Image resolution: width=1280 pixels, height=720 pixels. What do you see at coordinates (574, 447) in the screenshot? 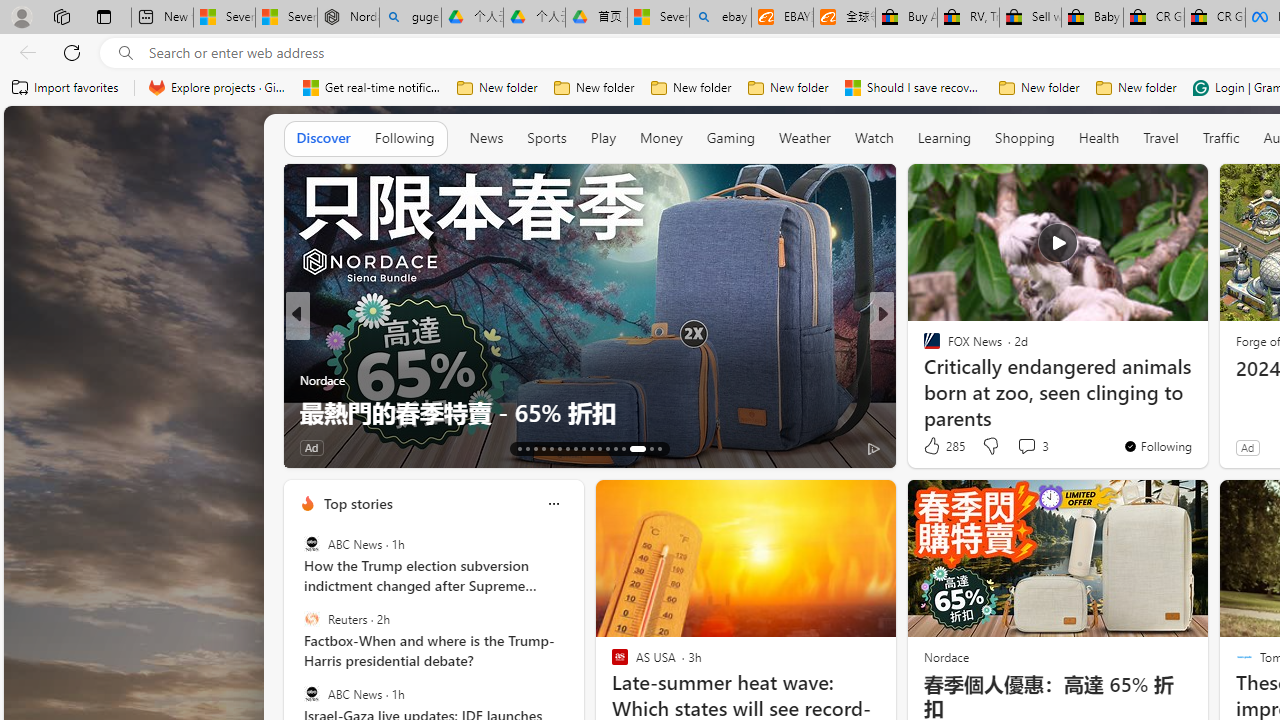
I see `'AutomationID: tab-20'` at bounding box center [574, 447].